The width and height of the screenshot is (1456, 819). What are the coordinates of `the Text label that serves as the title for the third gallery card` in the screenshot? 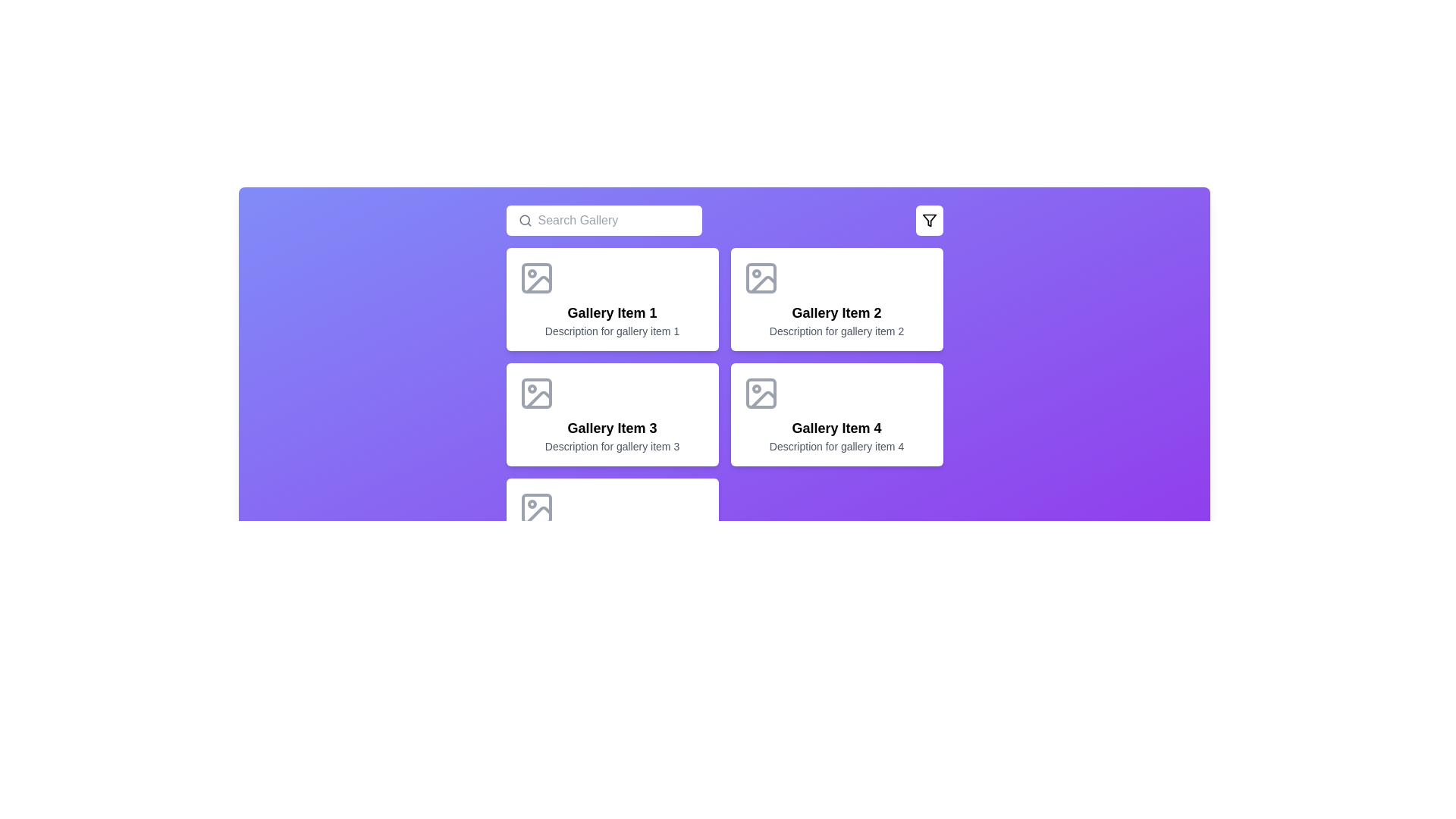 It's located at (612, 428).